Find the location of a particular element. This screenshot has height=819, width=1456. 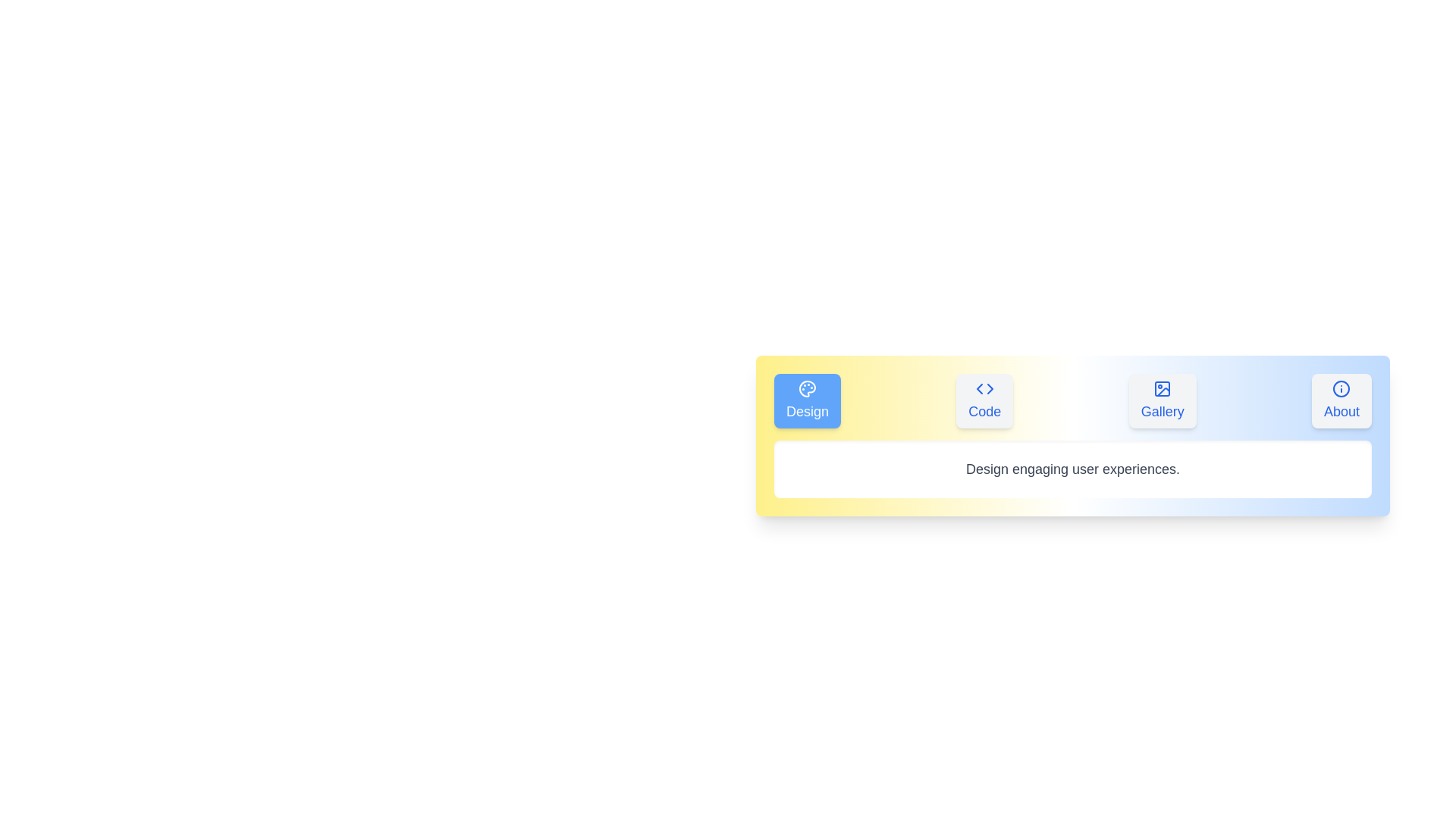

the text 'Design engaging user experiences.' displayed in the content area is located at coordinates (1072, 468).